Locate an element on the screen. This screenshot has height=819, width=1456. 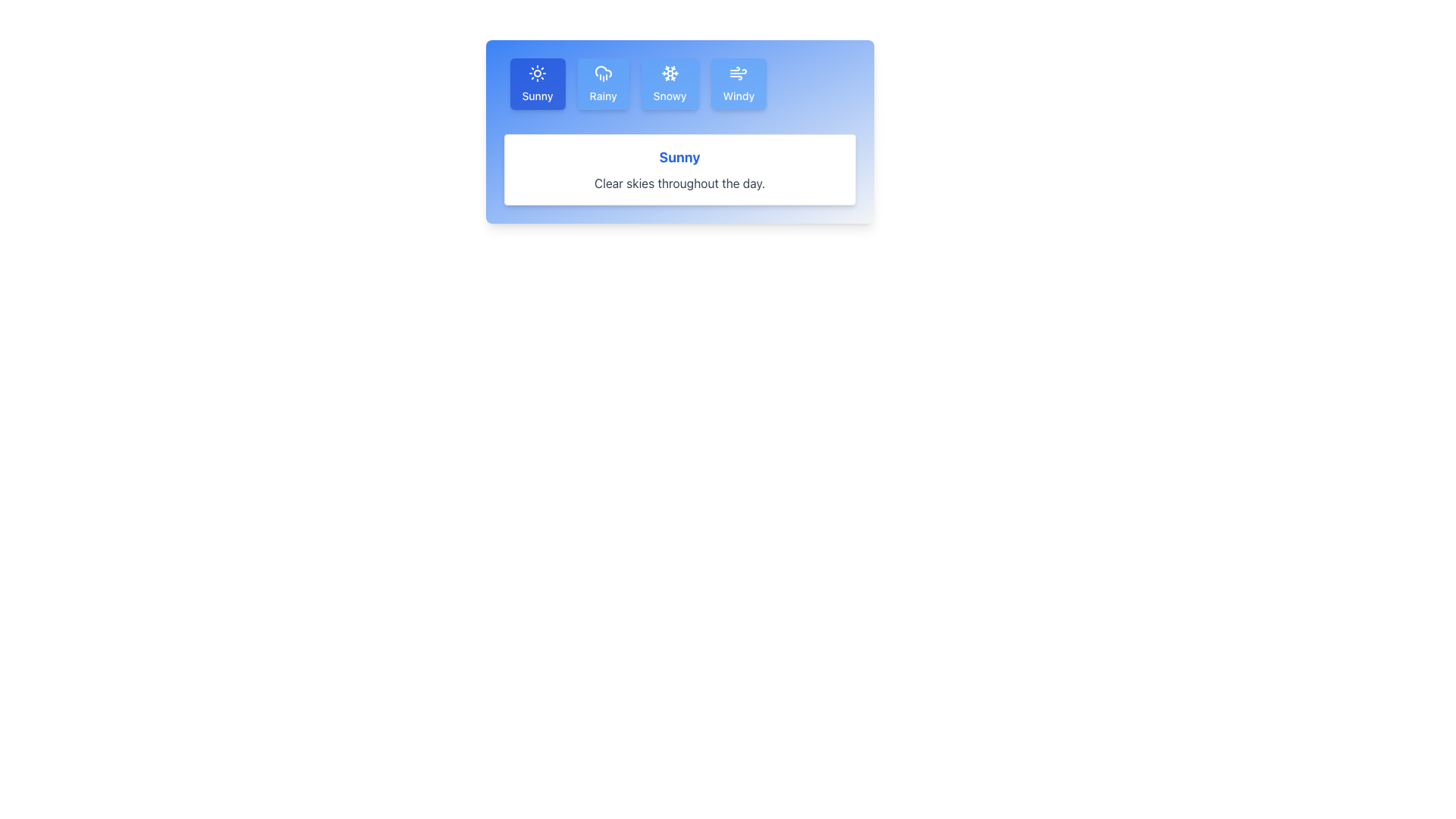
the windy weather icon located in the top-right corner of the 'Windy' block, which serves as a visual representation of wind conditions is located at coordinates (739, 73).